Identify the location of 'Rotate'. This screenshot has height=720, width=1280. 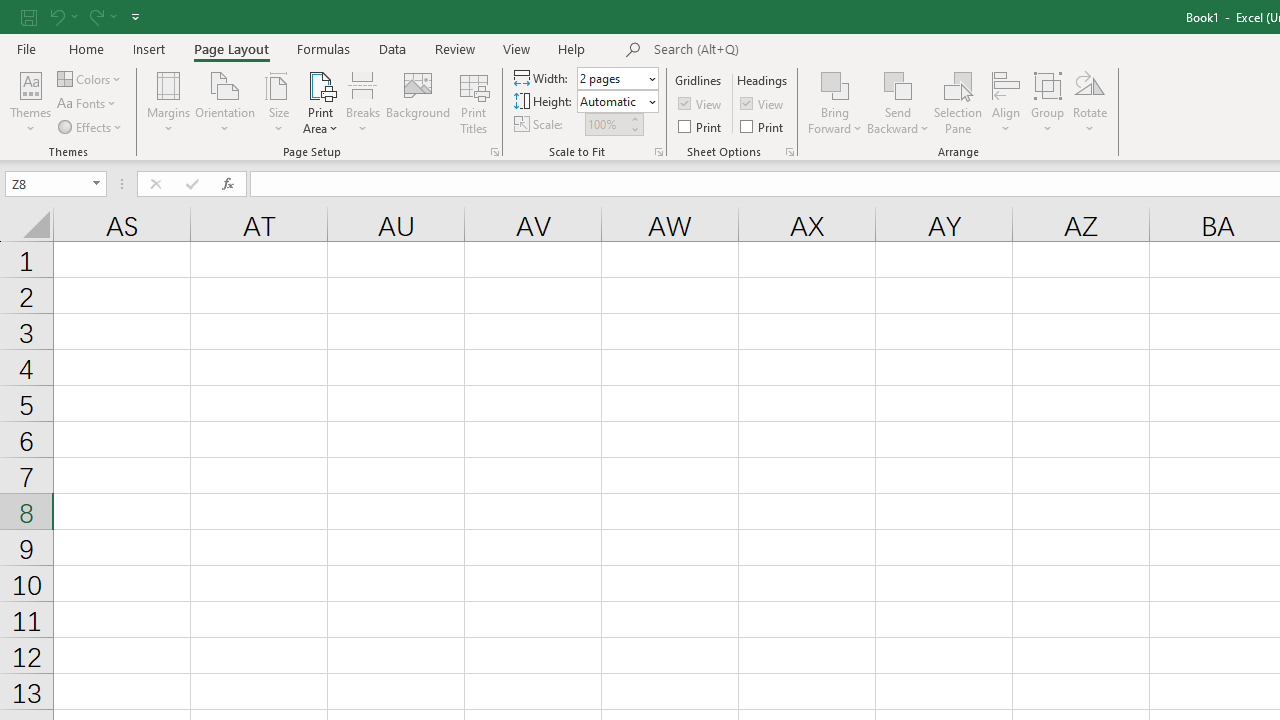
(1088, 103).